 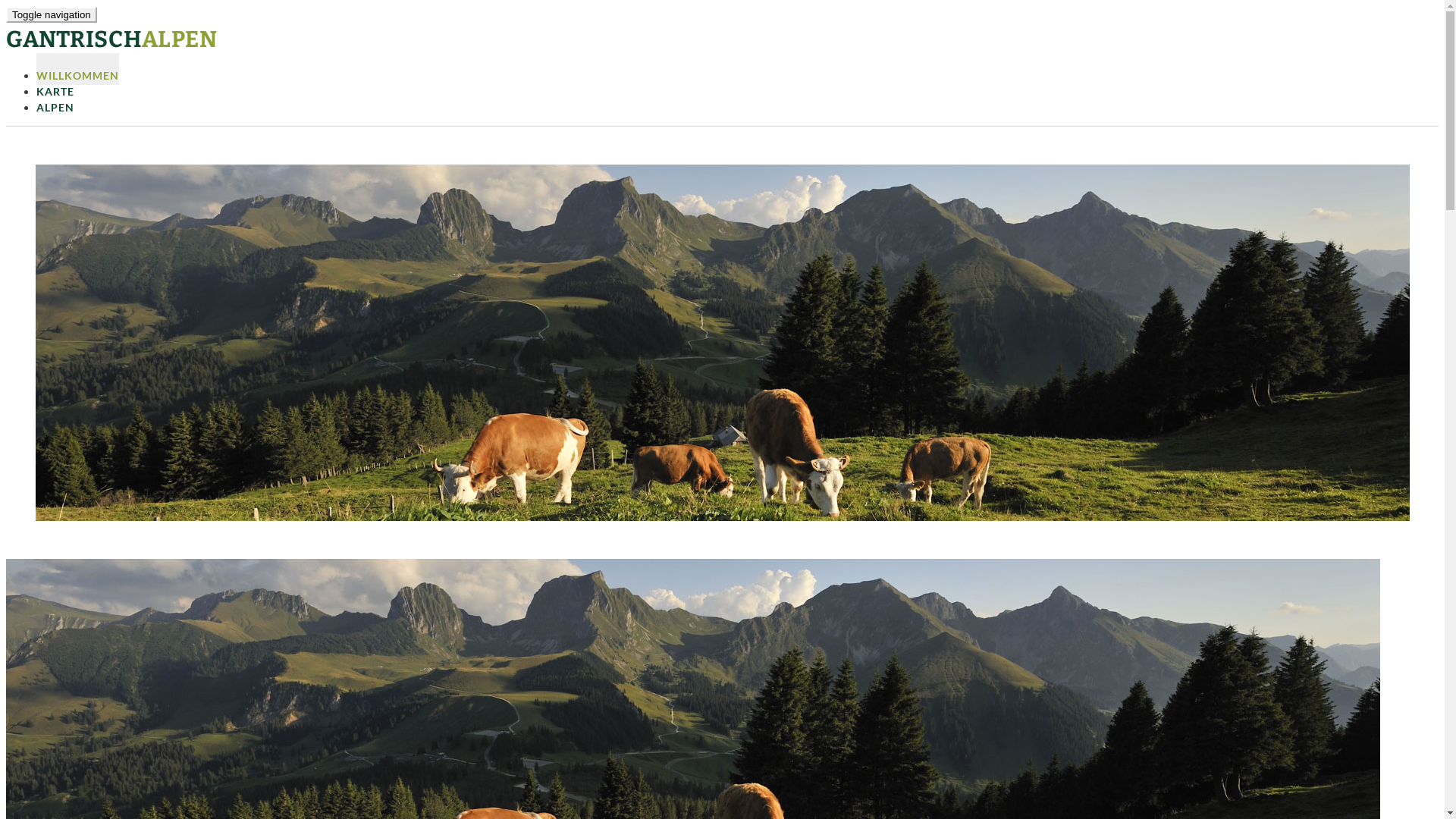 What do you see at coordinates (36, 84) in the screenshot?
I see `'KARTE'` at bounding box center [36, 84].